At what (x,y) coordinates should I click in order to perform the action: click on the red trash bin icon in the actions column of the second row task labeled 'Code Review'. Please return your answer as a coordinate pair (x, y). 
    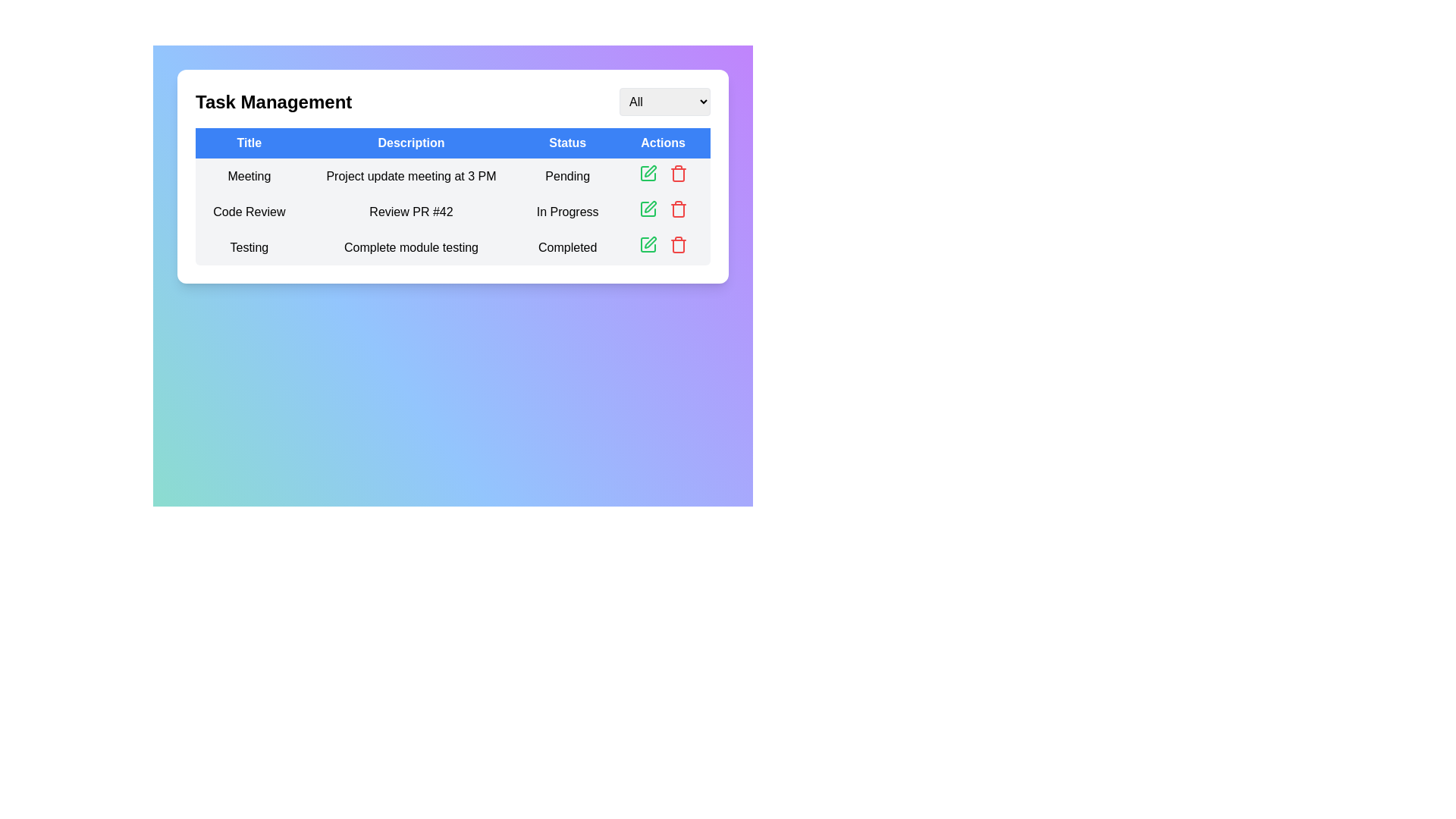
    Looking at the image, I should click on (677, 209).